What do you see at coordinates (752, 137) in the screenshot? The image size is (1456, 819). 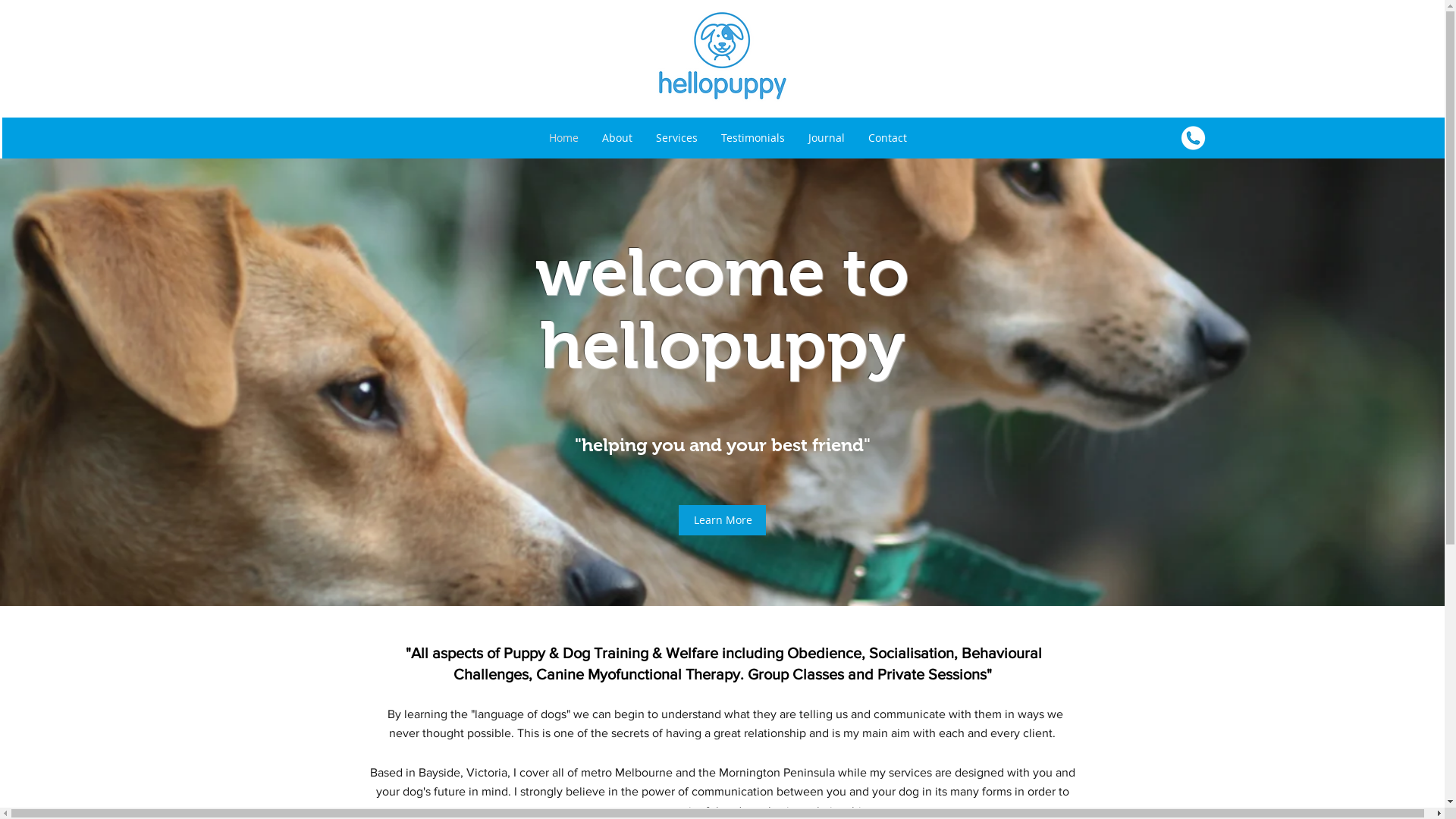 I see `'Testimonials'` at bounding box center [752, 137].